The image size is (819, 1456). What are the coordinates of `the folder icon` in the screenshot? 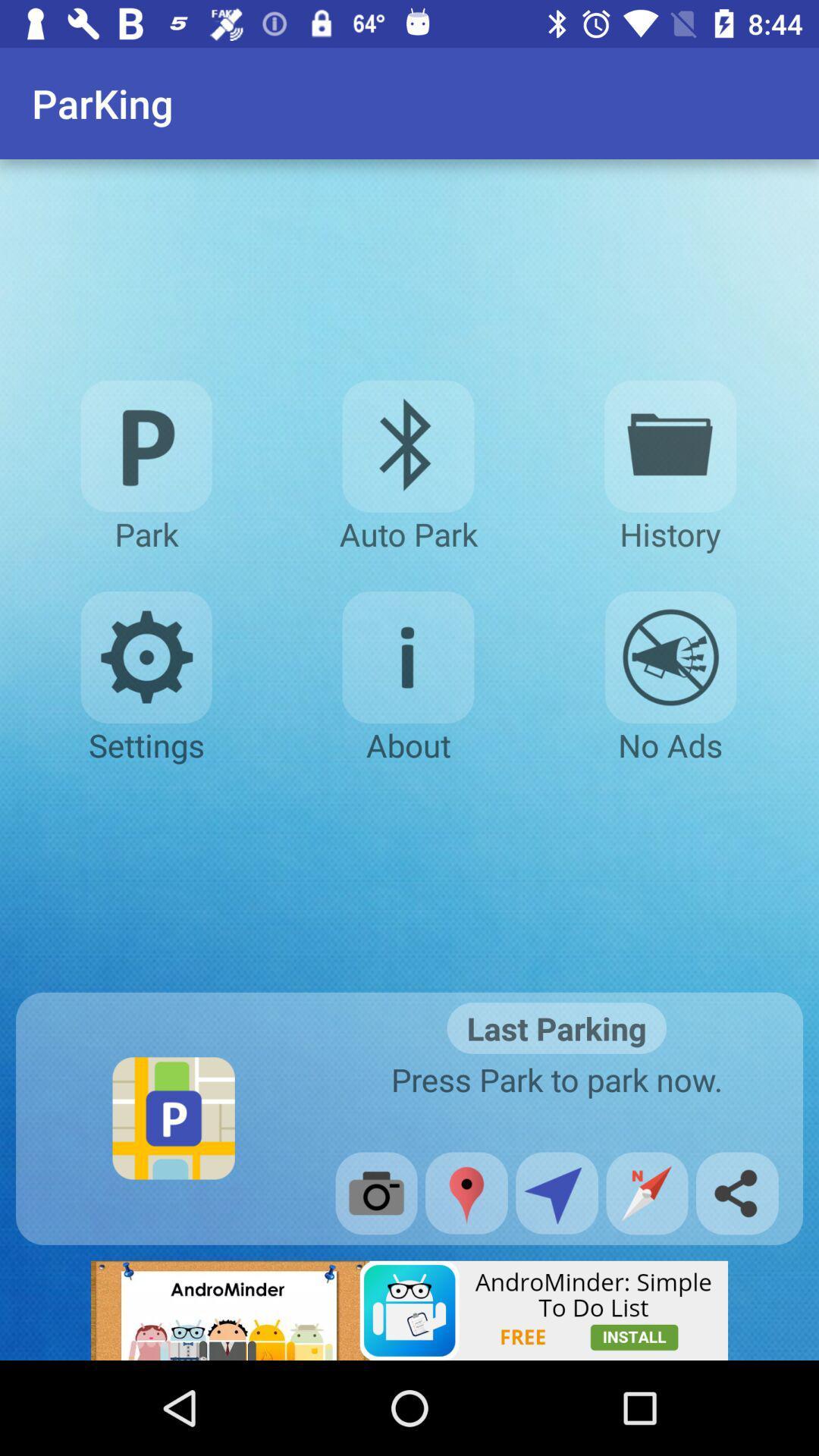 It's located at (670, 445).